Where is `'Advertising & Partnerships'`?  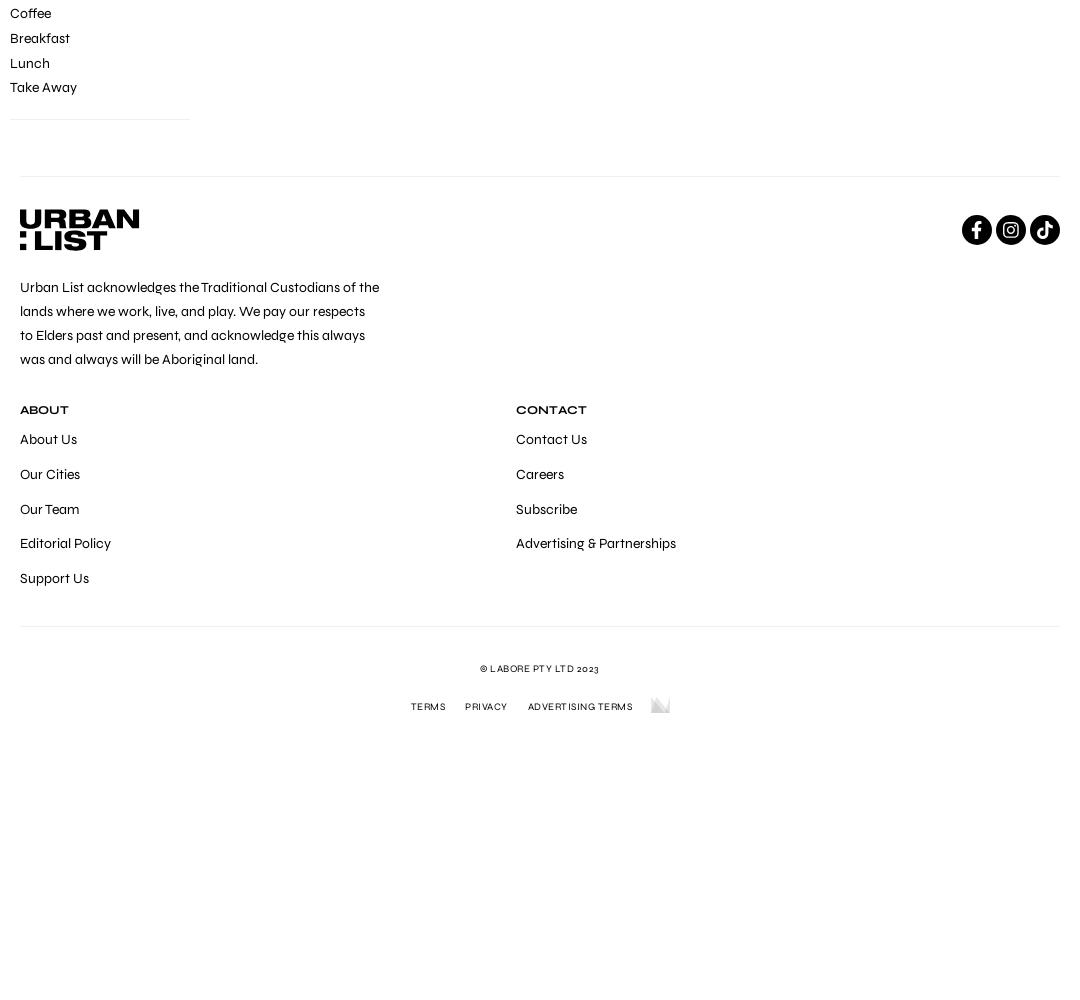
'Advertising & Partnerships' is located at coordinates (593, 543).